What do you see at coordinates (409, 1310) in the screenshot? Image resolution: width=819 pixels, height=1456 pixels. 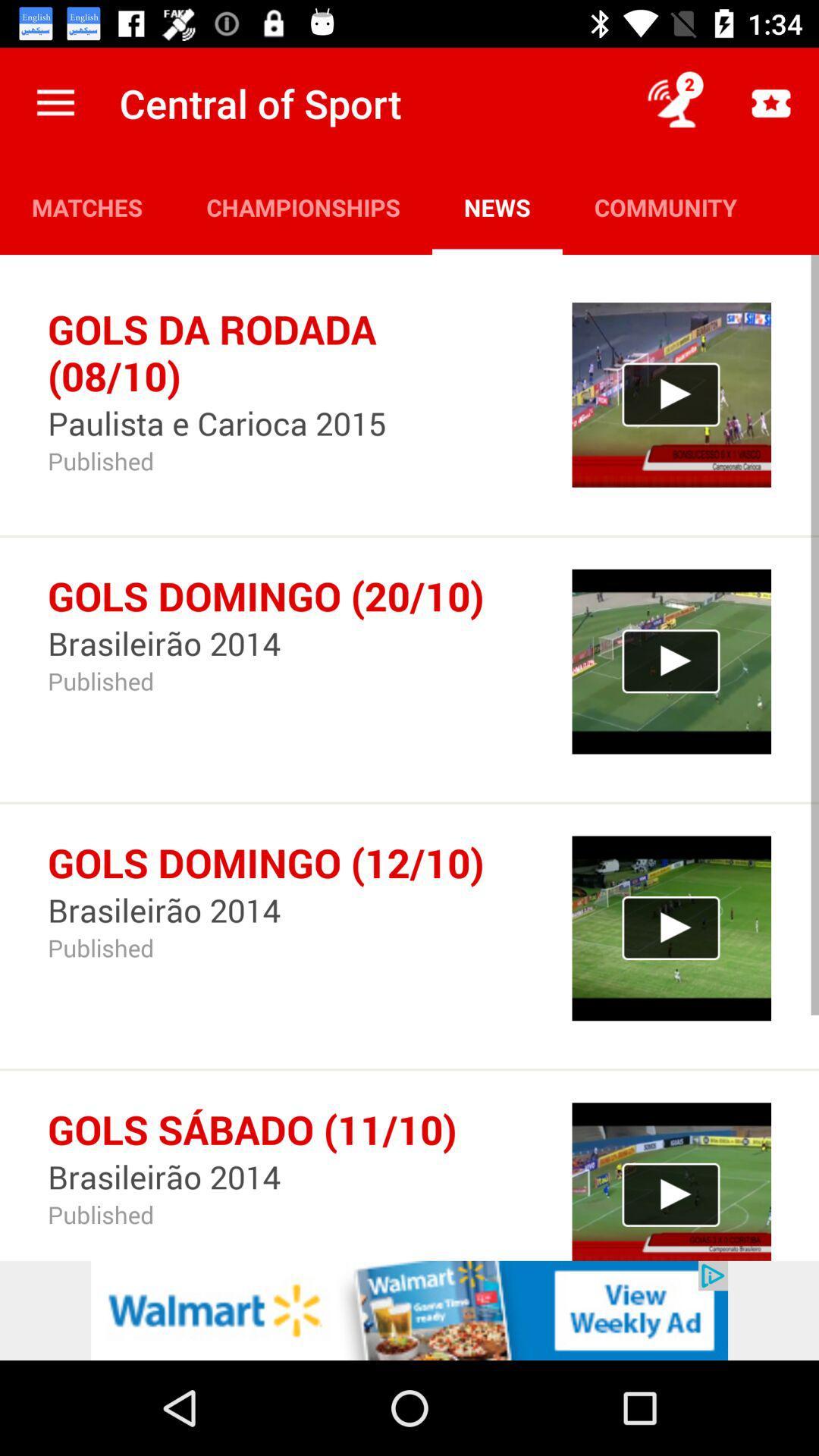 I see `the advertisement page` at bounding box center [409, 1310].